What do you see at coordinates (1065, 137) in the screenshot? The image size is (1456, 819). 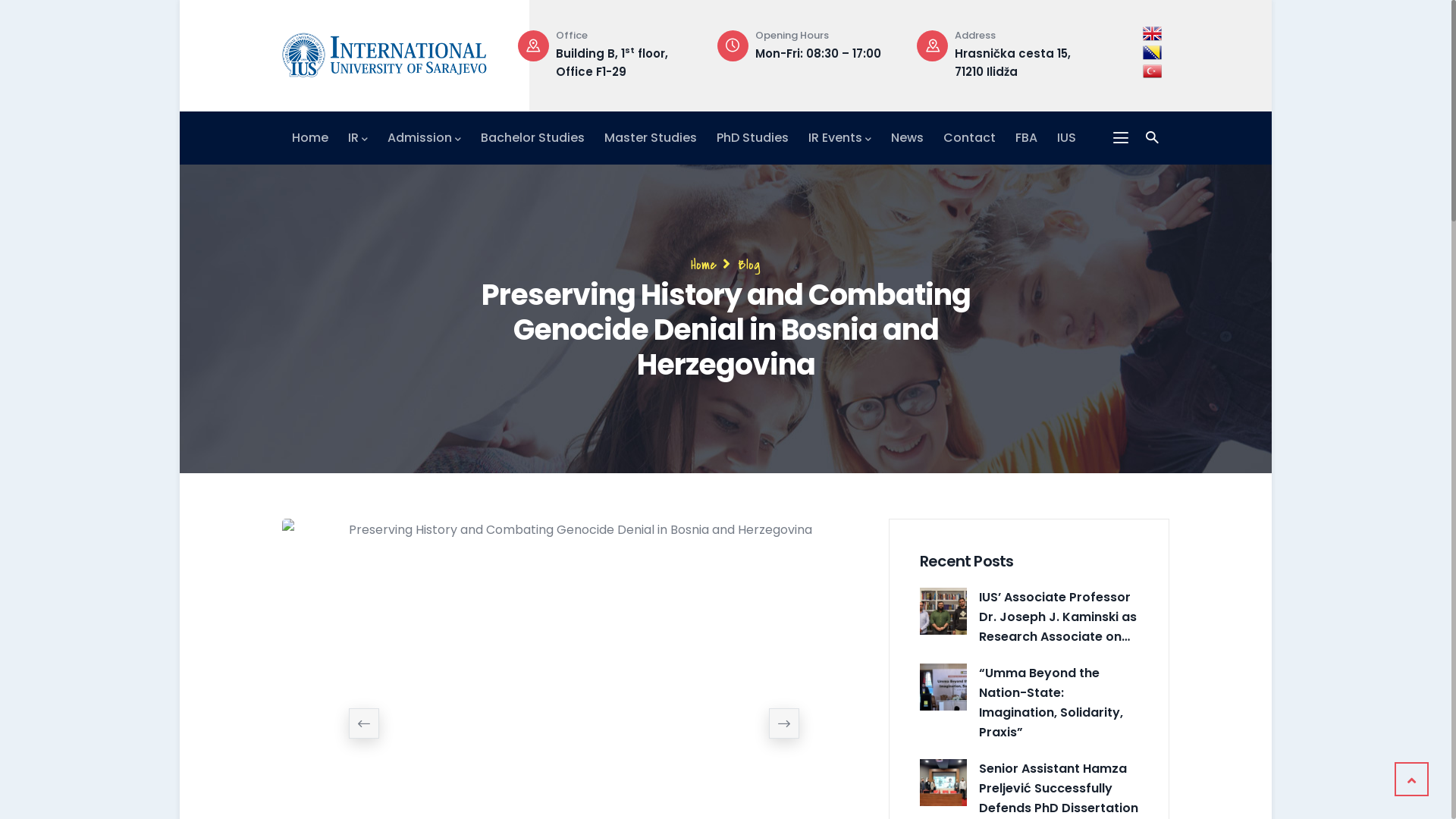 I see `'IUS'` at bounding box center [1065, 137].